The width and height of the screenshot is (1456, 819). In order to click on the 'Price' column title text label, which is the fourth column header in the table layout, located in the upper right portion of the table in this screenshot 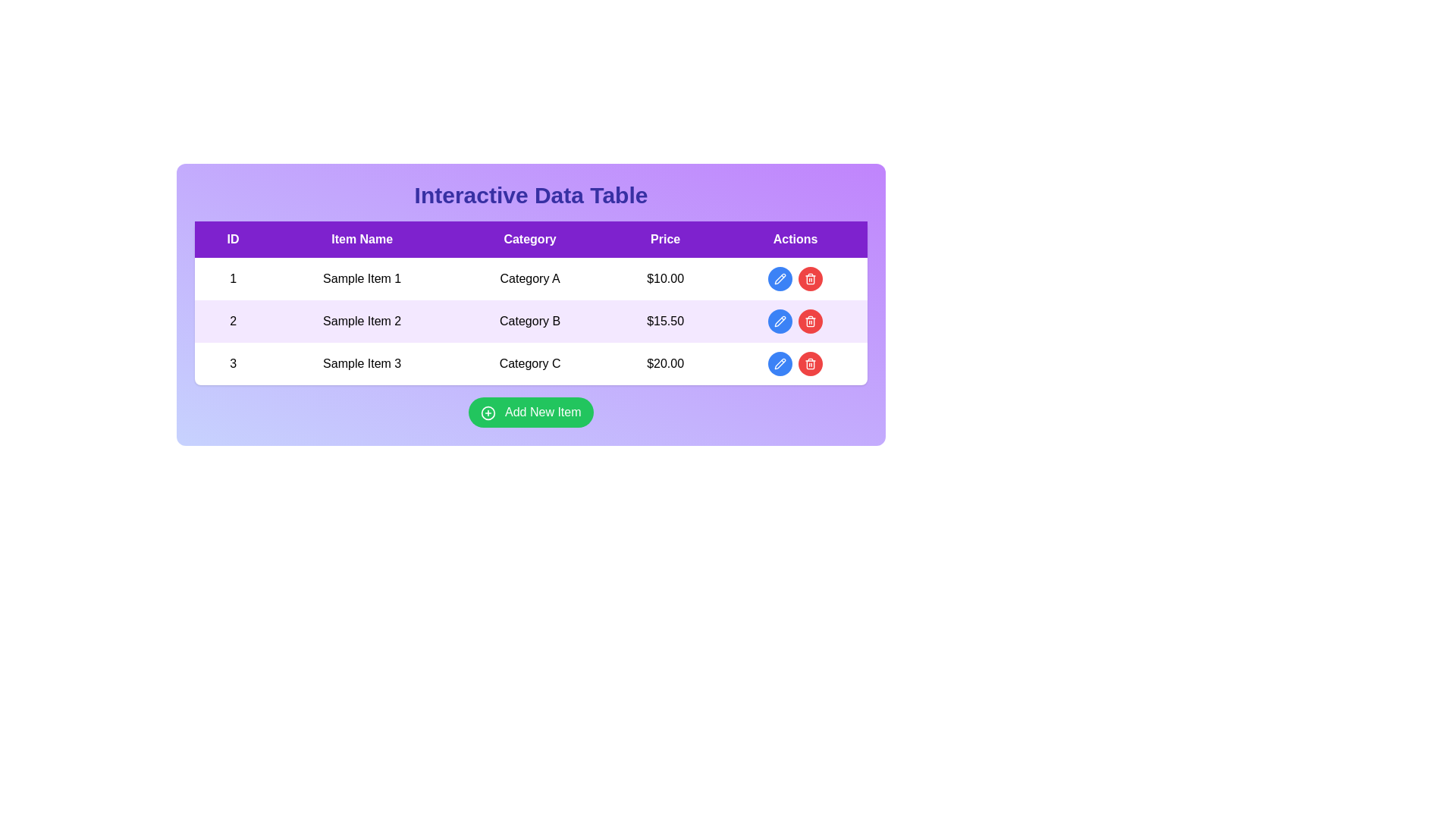, I will do `click(665, 239)`.